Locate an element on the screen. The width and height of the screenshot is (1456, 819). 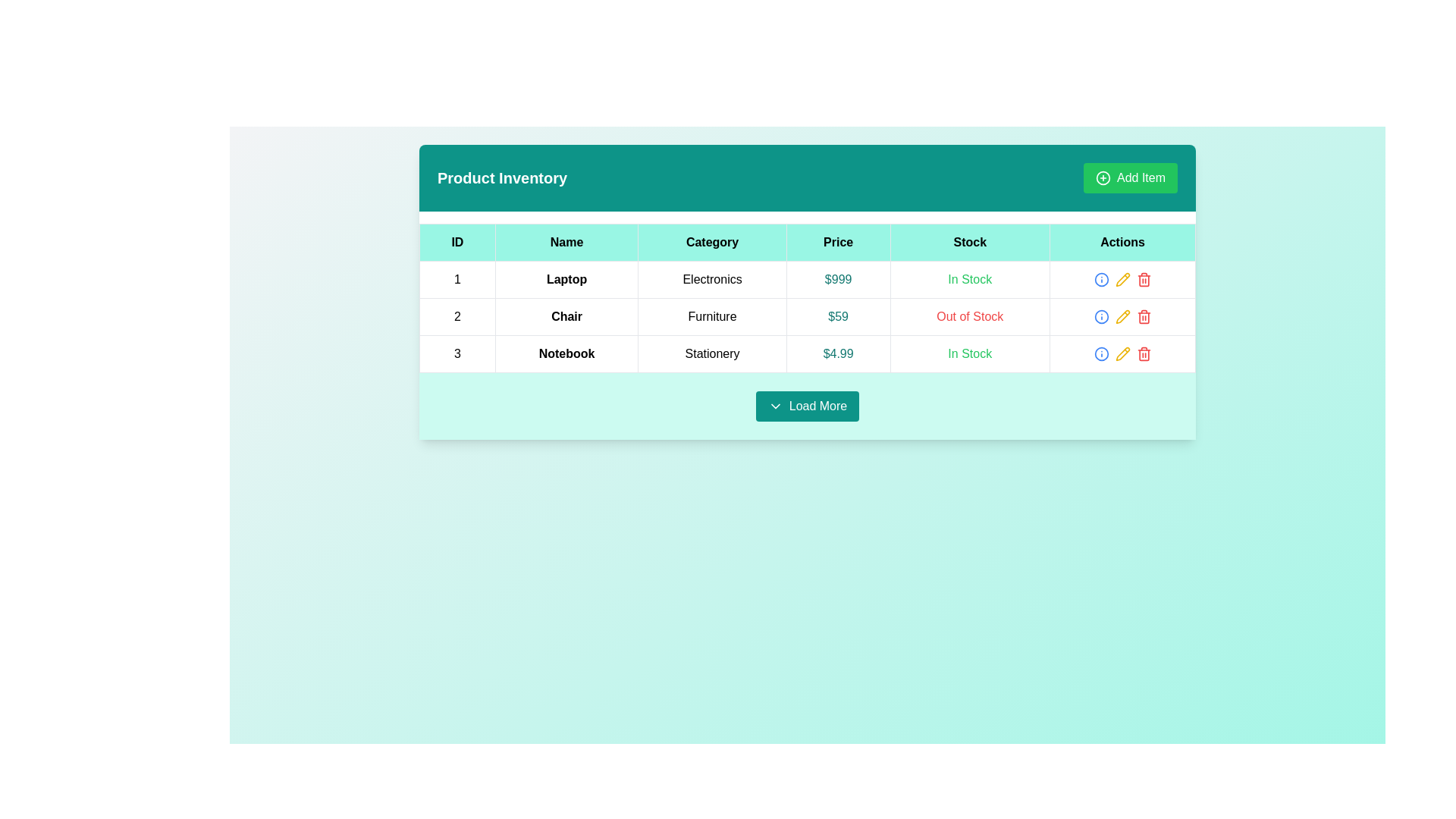
the Text Label displaying the price '$999' in the 'Product Inventory' table, located in the fourth column of the first row is located at coordinates (837, 280).